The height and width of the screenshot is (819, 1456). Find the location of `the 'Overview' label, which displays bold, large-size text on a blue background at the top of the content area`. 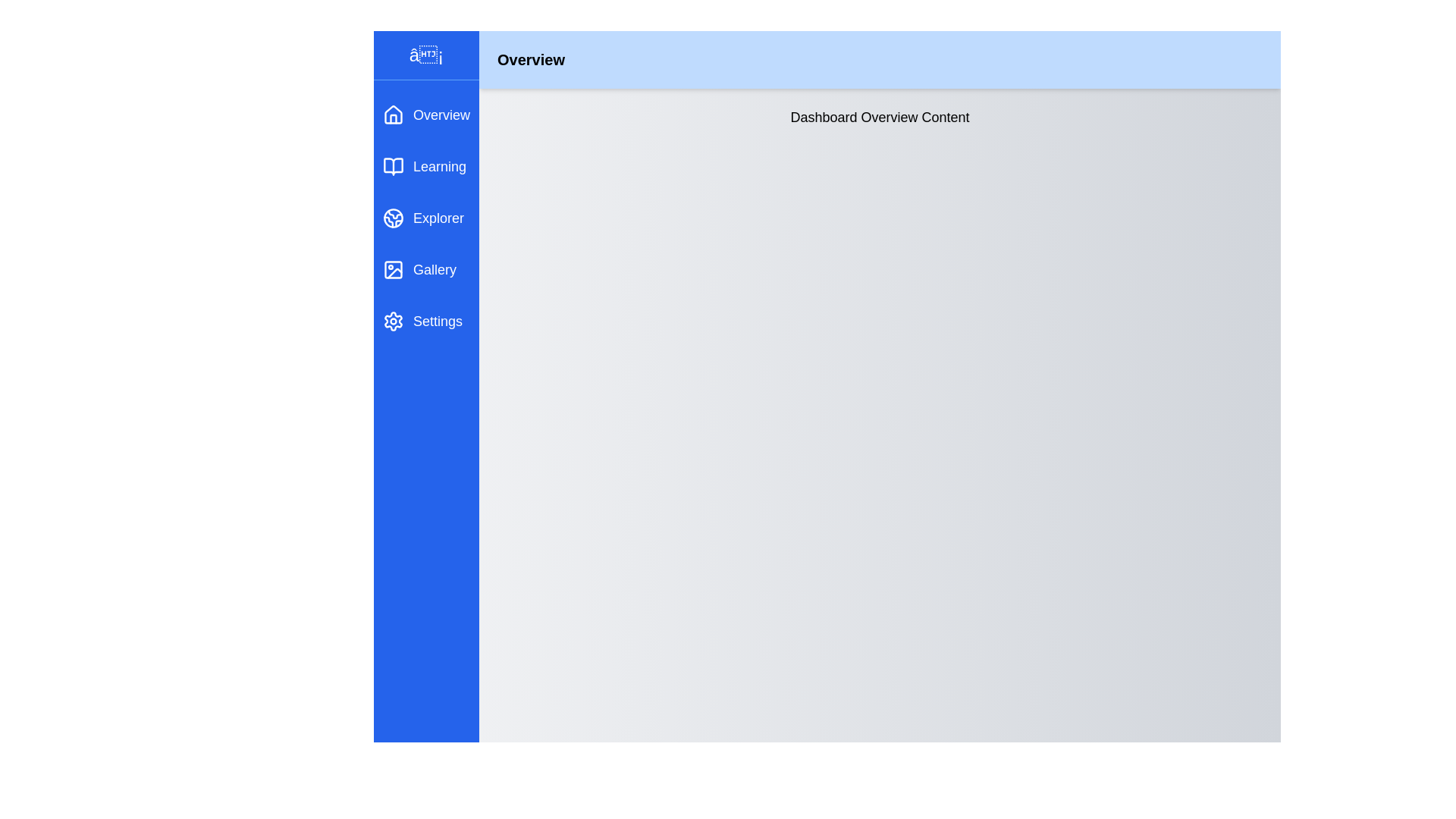

the 'Overview' label, which displays bold, large-size text on a blue background at the top of the content area is located at coordinates (531, 58).